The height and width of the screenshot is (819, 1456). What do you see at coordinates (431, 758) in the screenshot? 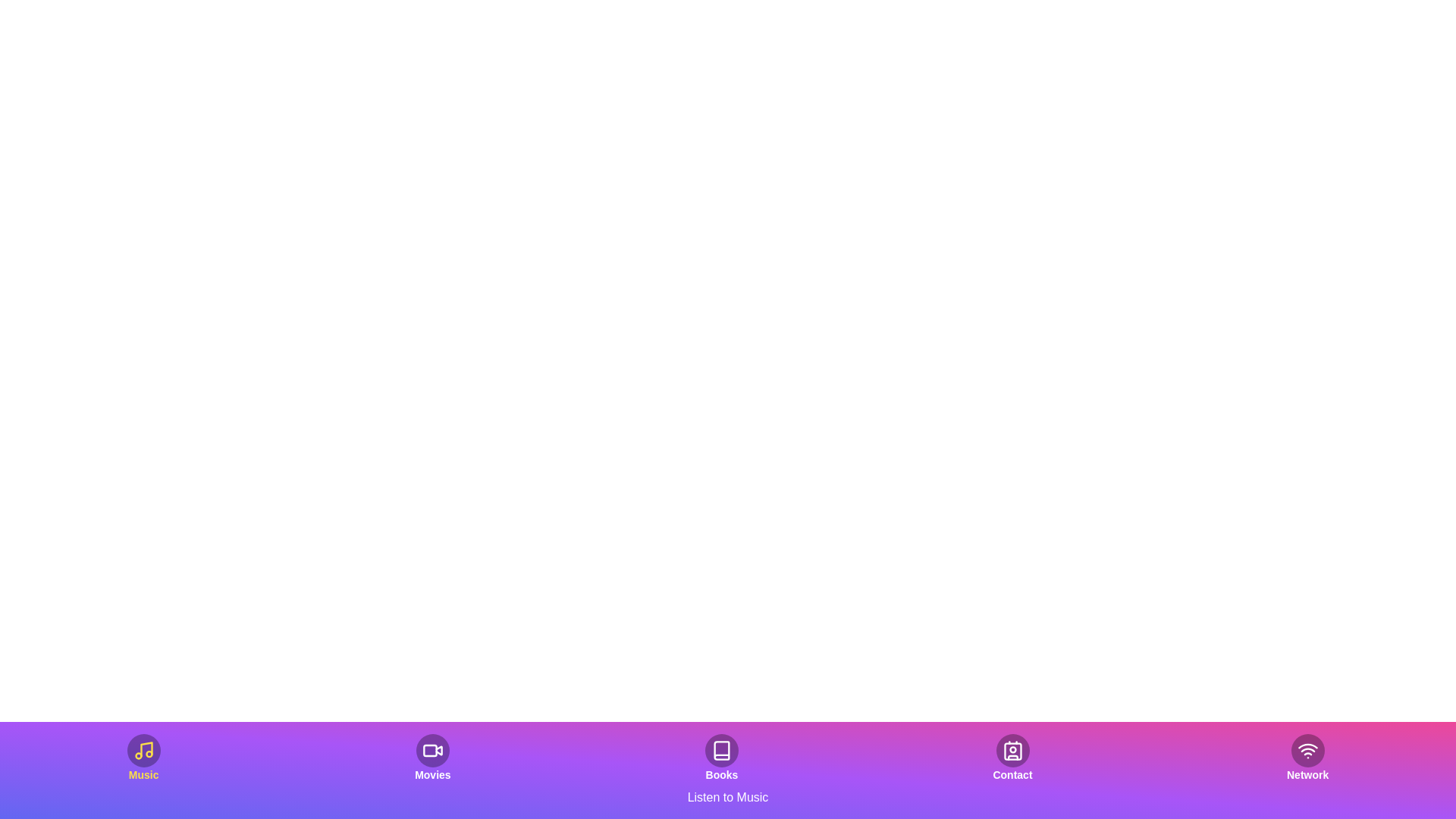
I see `the Movies tab` at bounding box center [431, 758].